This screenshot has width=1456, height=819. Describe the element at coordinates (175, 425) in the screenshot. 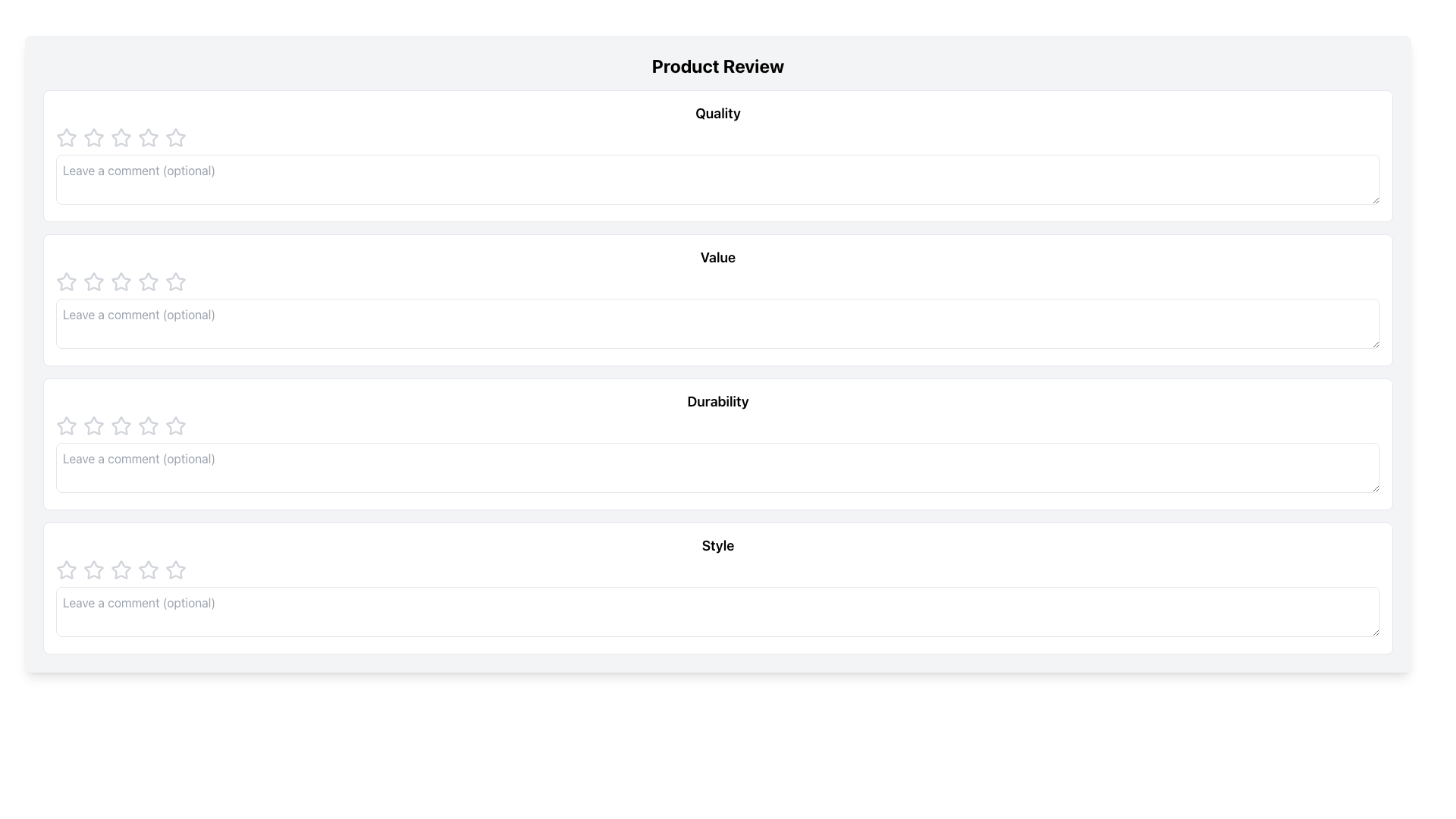

I see `the third star in the rating scale under the 'Durability' category` at that location.